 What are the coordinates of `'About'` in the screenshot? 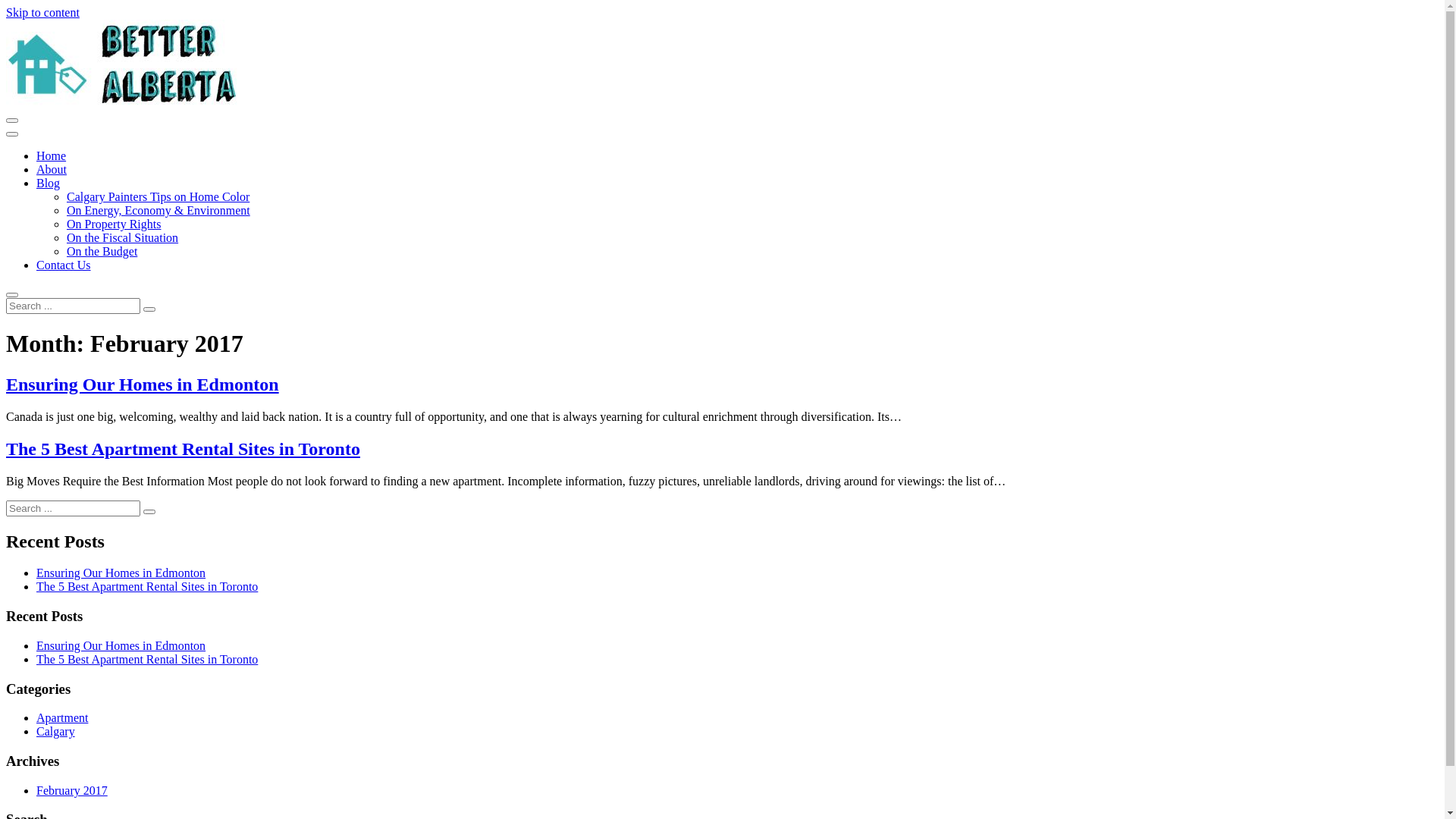 It's located at (51, 169).